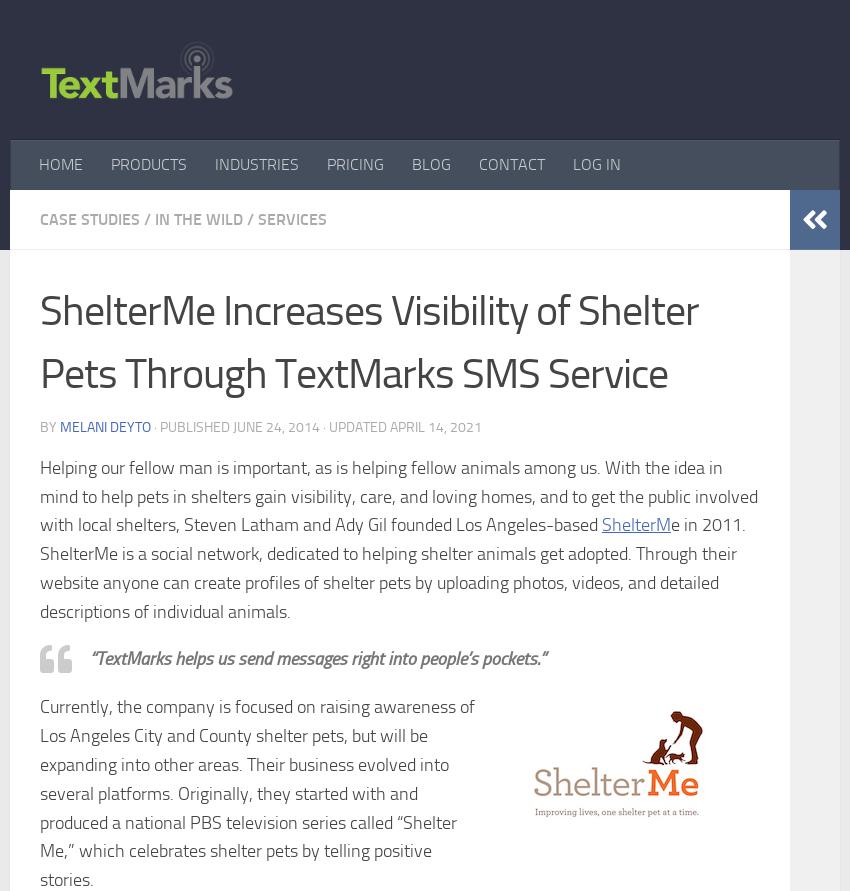 The image size is (850, 891). I want to click on 'PRODUCTS', so click(110, 162).